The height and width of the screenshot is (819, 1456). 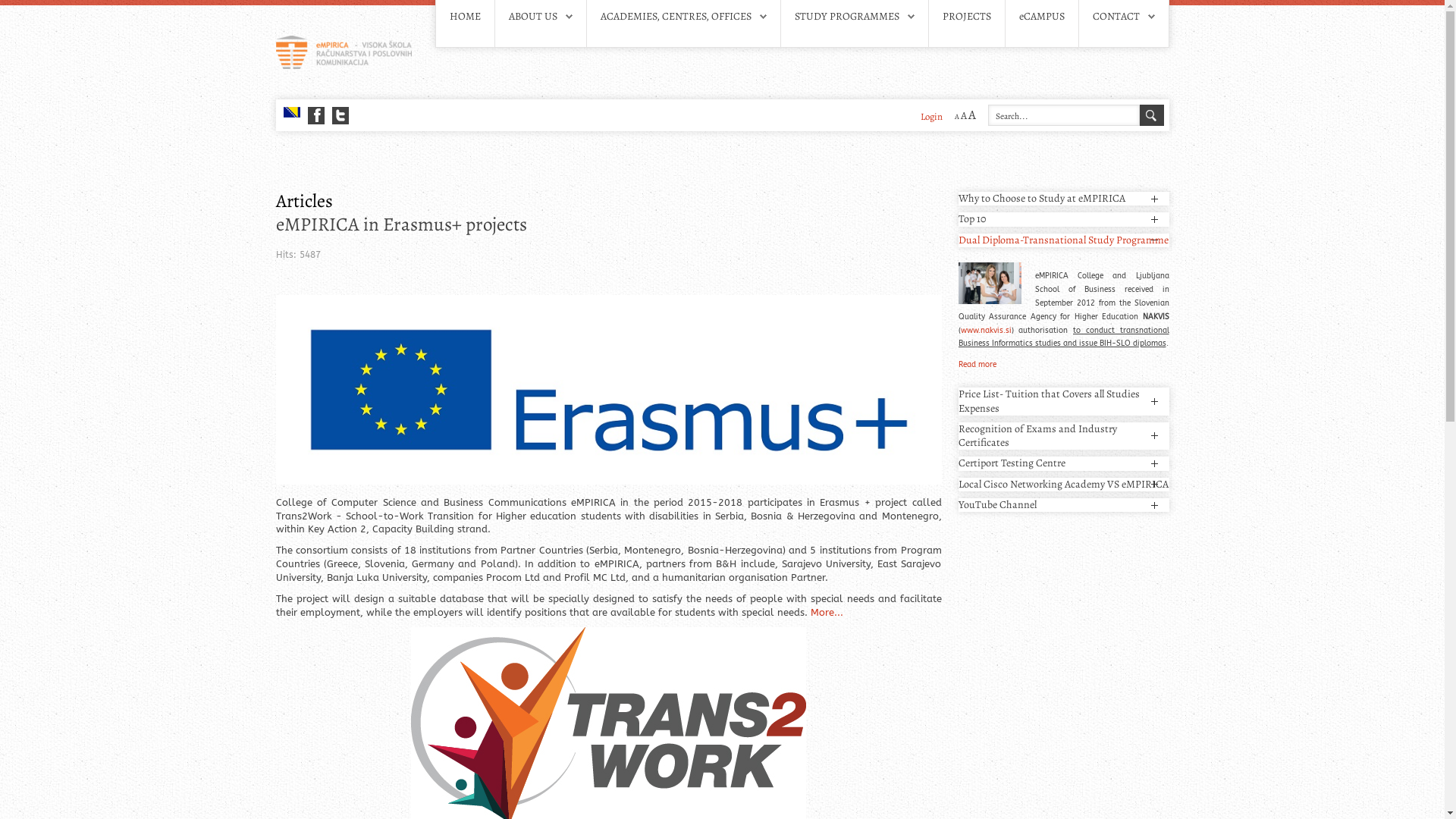 What do you see at coordinates (855, 17) in the screenshot?
I see `'STUDY PROGRAMMES'` at bounding box center [855, 17].